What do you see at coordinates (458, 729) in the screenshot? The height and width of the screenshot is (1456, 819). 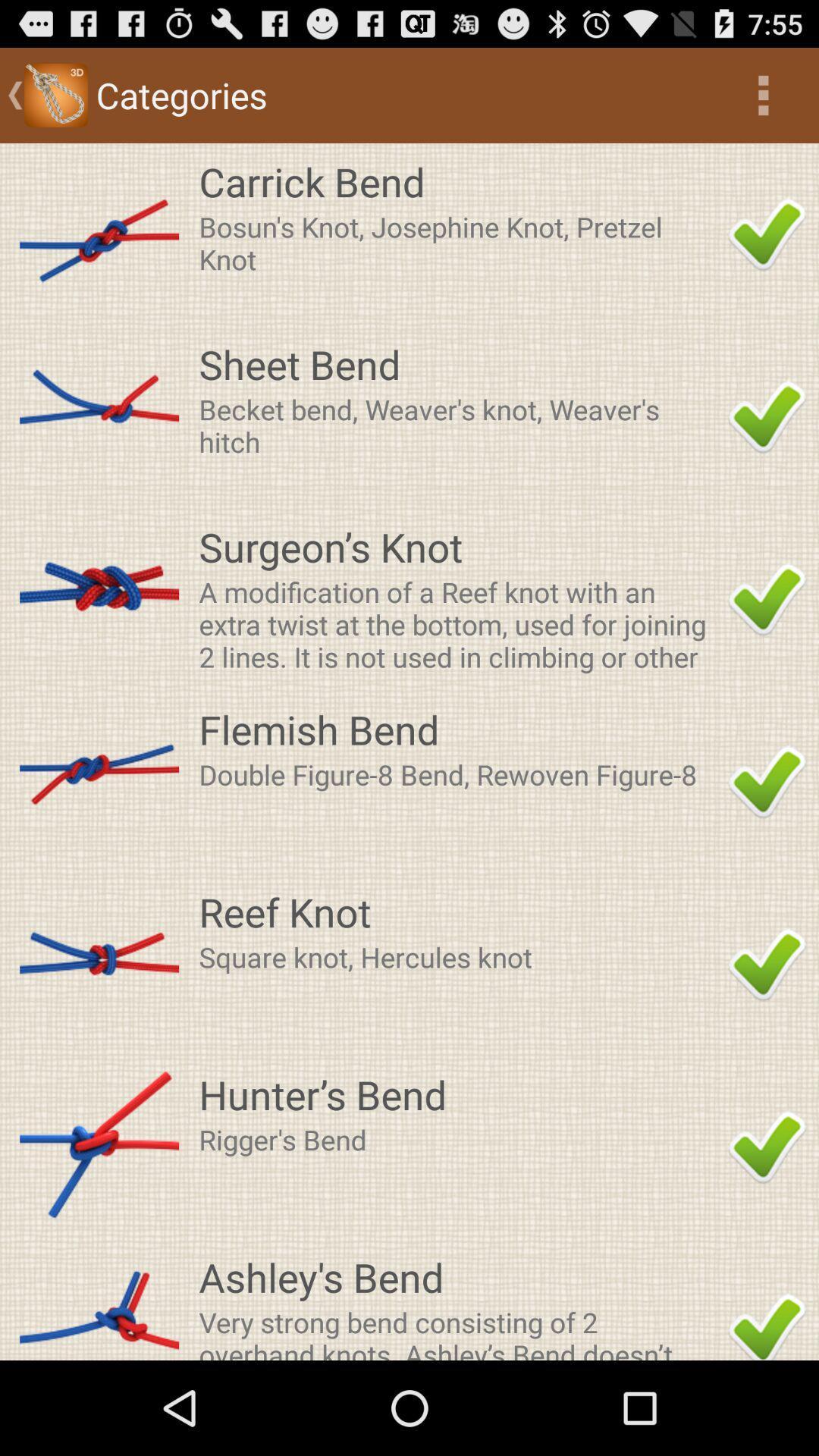 I see `the item above the double figure 8` at bounding box center [458, 729].